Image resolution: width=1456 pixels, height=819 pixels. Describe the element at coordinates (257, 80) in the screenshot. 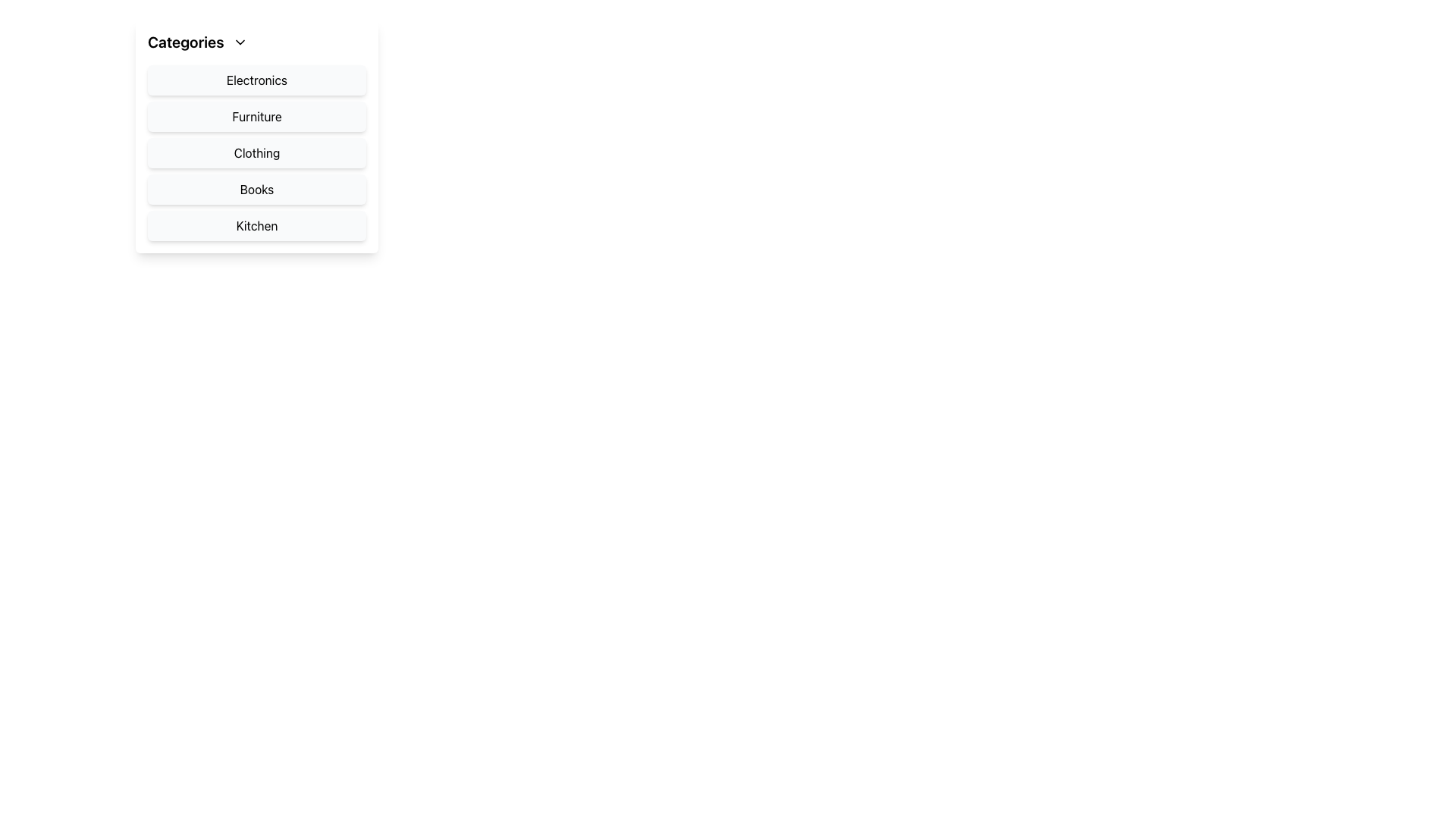

I see `the 'Electronics' button, which is the first button in the vertical list under the 'Categories' heading` at that location.